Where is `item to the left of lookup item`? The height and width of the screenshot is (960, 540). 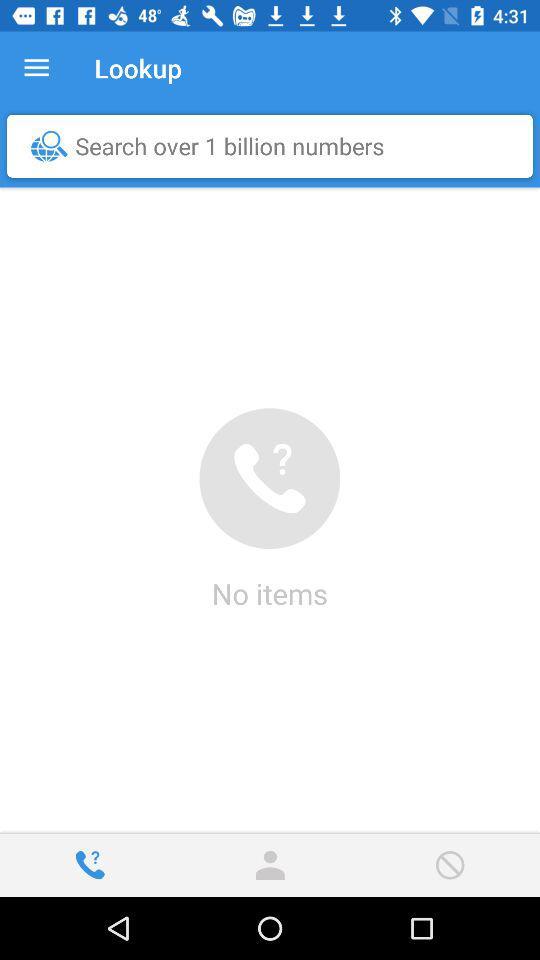
item to the left of lookup item is located at coordinates (36, 68).